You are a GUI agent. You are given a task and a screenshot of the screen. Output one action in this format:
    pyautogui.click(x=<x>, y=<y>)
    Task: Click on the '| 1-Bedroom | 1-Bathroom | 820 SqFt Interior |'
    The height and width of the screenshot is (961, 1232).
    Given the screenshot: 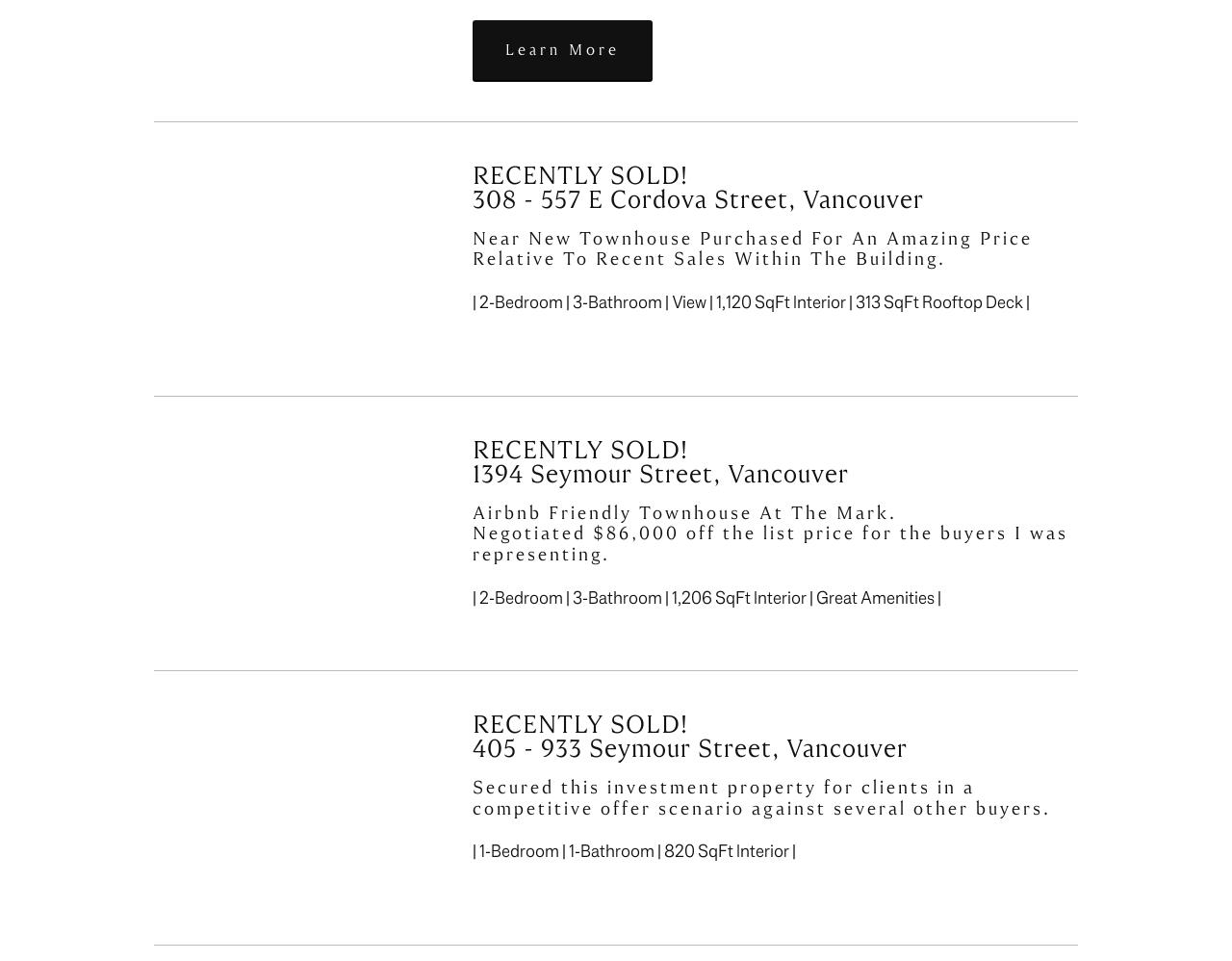 What is the action you would take?
    pyautogui.click(x=633, y=850)
    